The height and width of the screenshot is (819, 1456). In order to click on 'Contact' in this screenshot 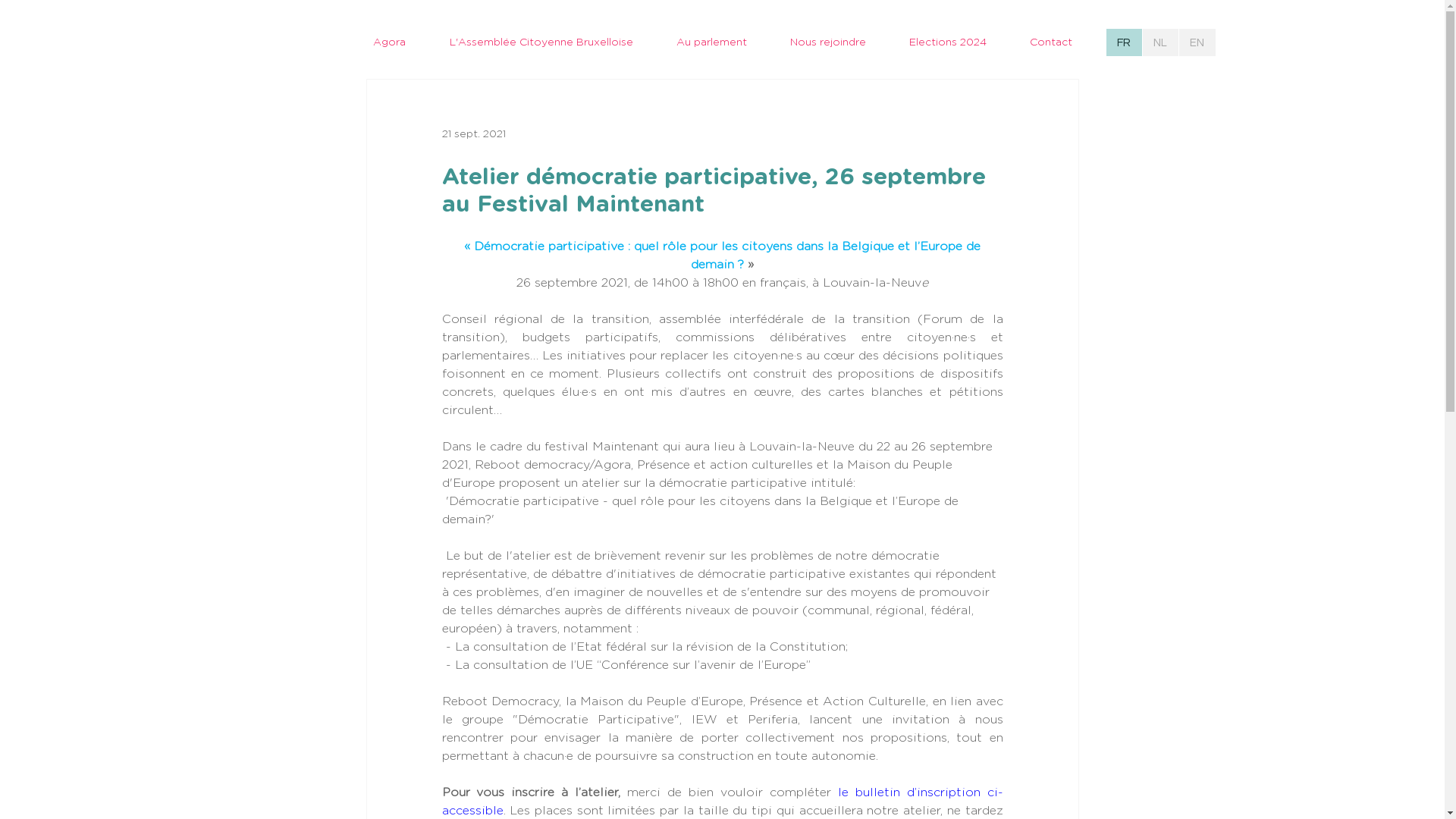, I will do `click(1008, 42)`.